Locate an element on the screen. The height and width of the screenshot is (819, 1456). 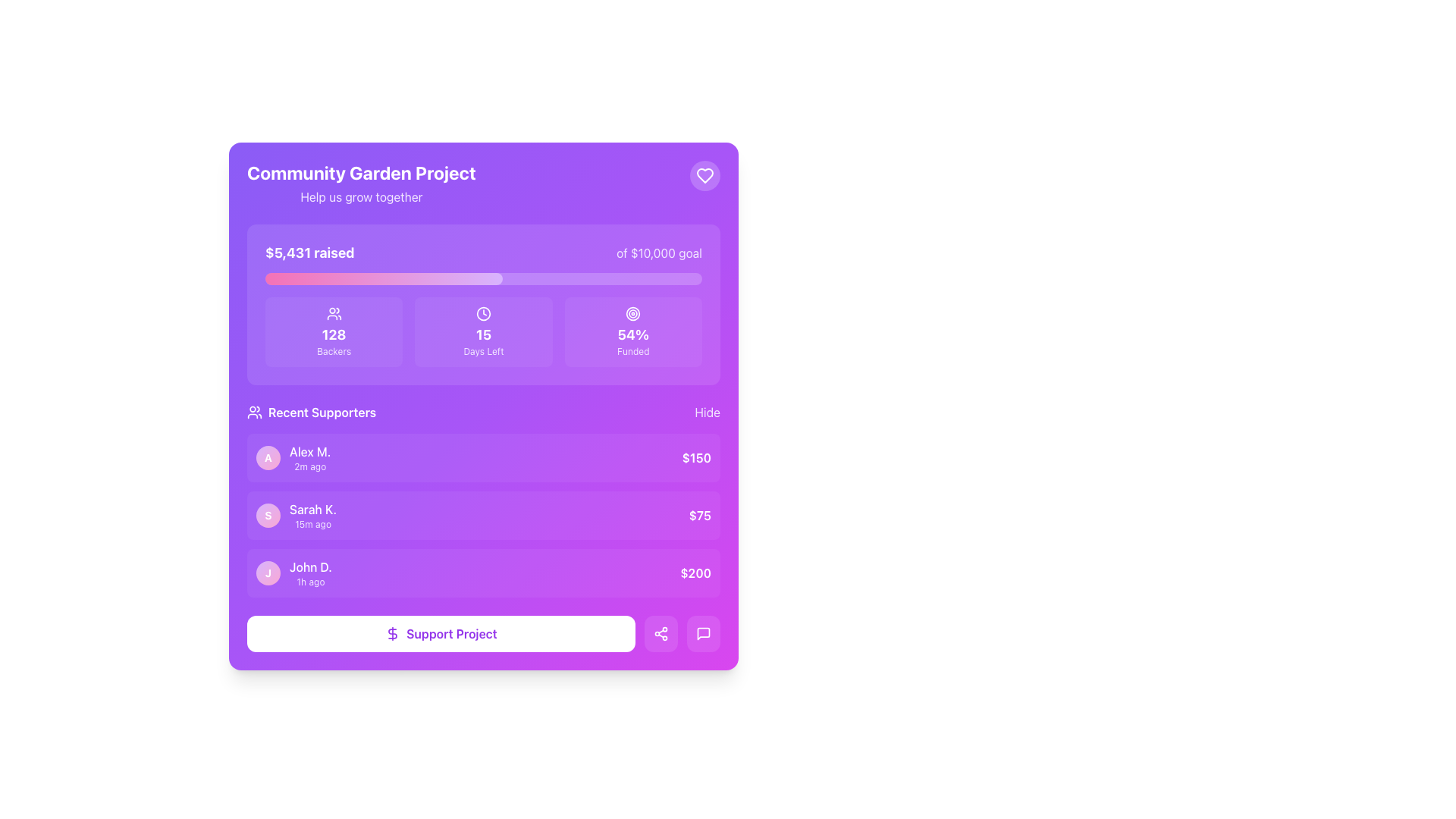
the text label displaying '54%' which is bold, white, and large, indicating high importance, located in the third position of a horizontally-aligned grid with a purple background is located at coordinates (633, 334).